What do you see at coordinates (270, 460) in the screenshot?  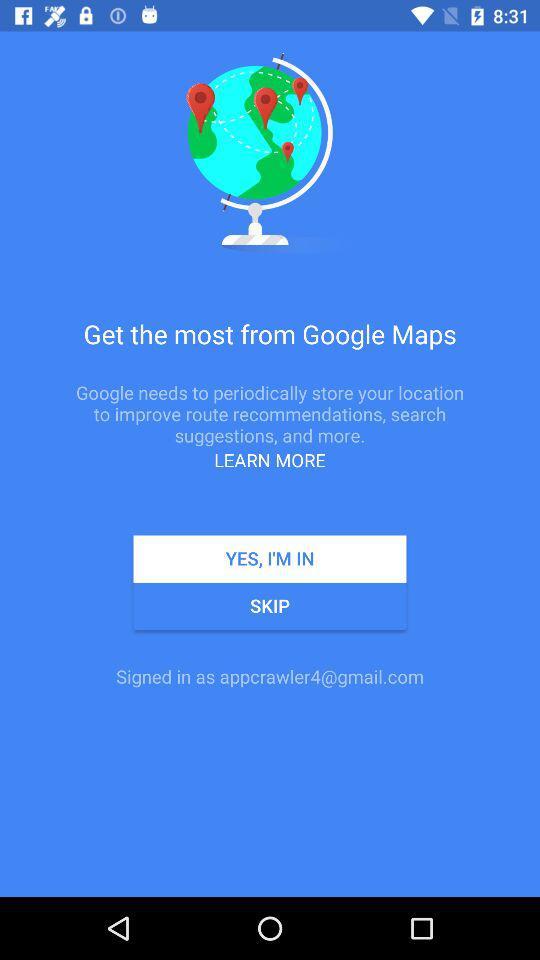 I see `learn more icon` at bounding box center [270, 460].